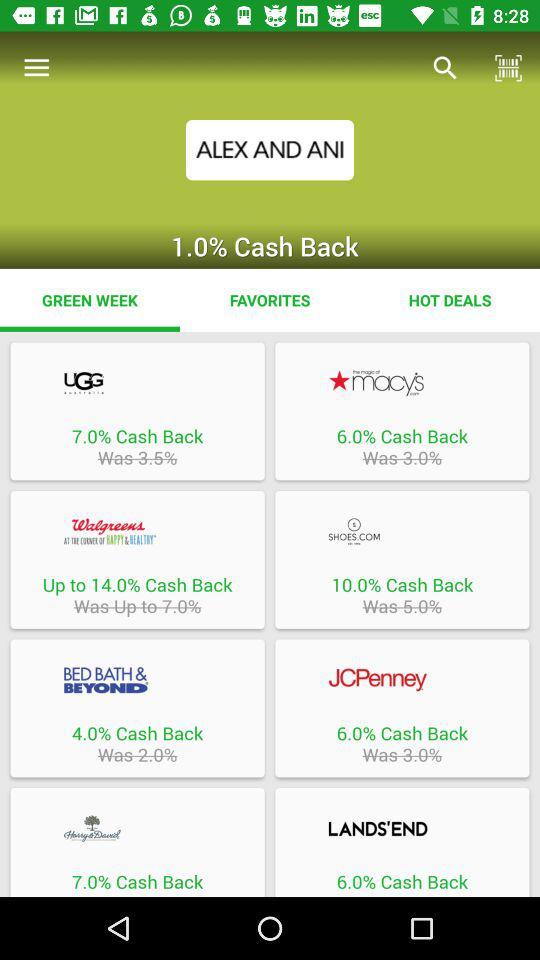  Describe the element at coordinates (136, 680) in the screenshot. I see `open new page` at that location.